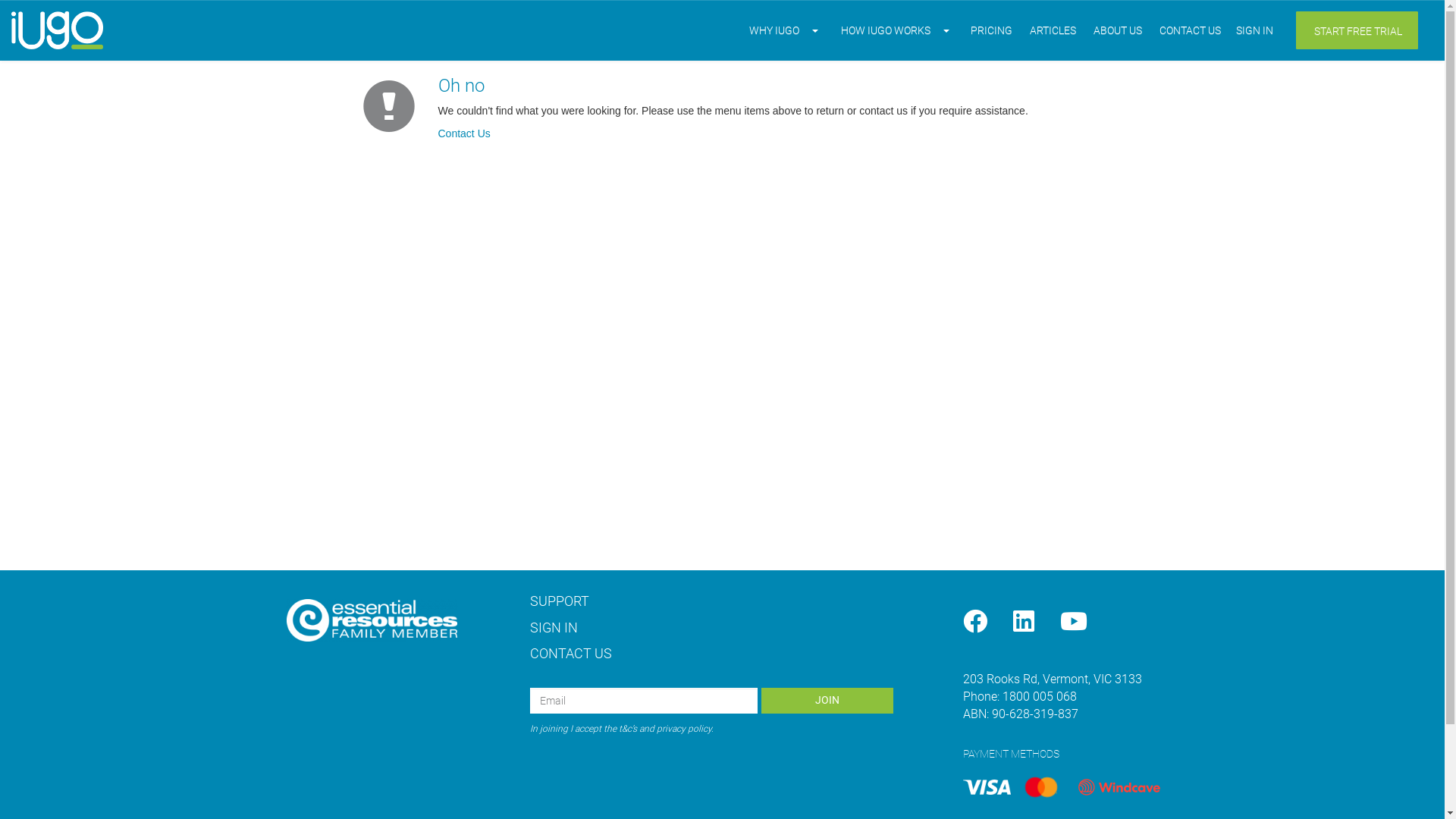 This screenshot has width=1456, height=819. What do you see at coordinates (1294, 30) in the screenshot?
I see `'START FREE TRIAL'` at bounding box center [1294, 30].